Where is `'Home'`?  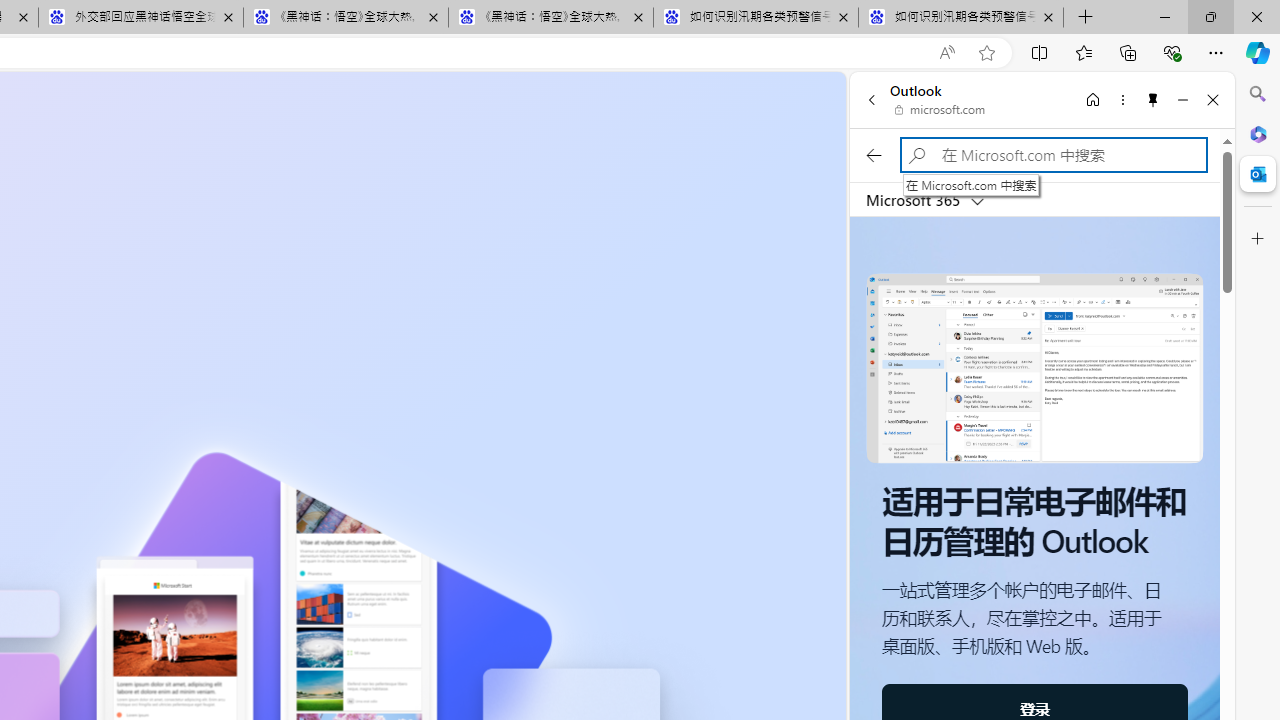
'Home' is located at coordinates (1092, 99).